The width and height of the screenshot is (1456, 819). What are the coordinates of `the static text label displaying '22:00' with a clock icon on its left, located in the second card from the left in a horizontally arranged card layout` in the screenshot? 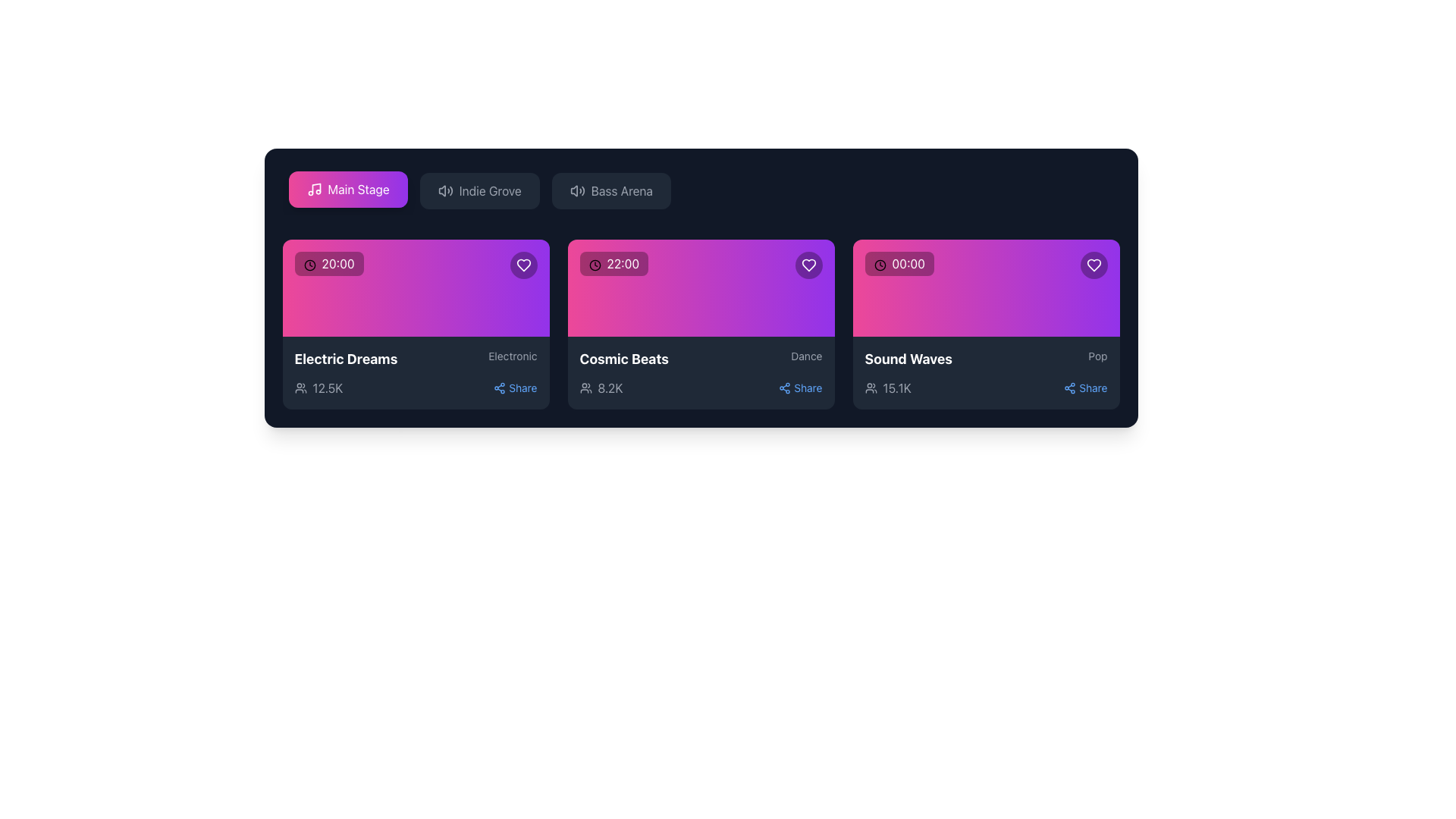 It's located at (623, 262).